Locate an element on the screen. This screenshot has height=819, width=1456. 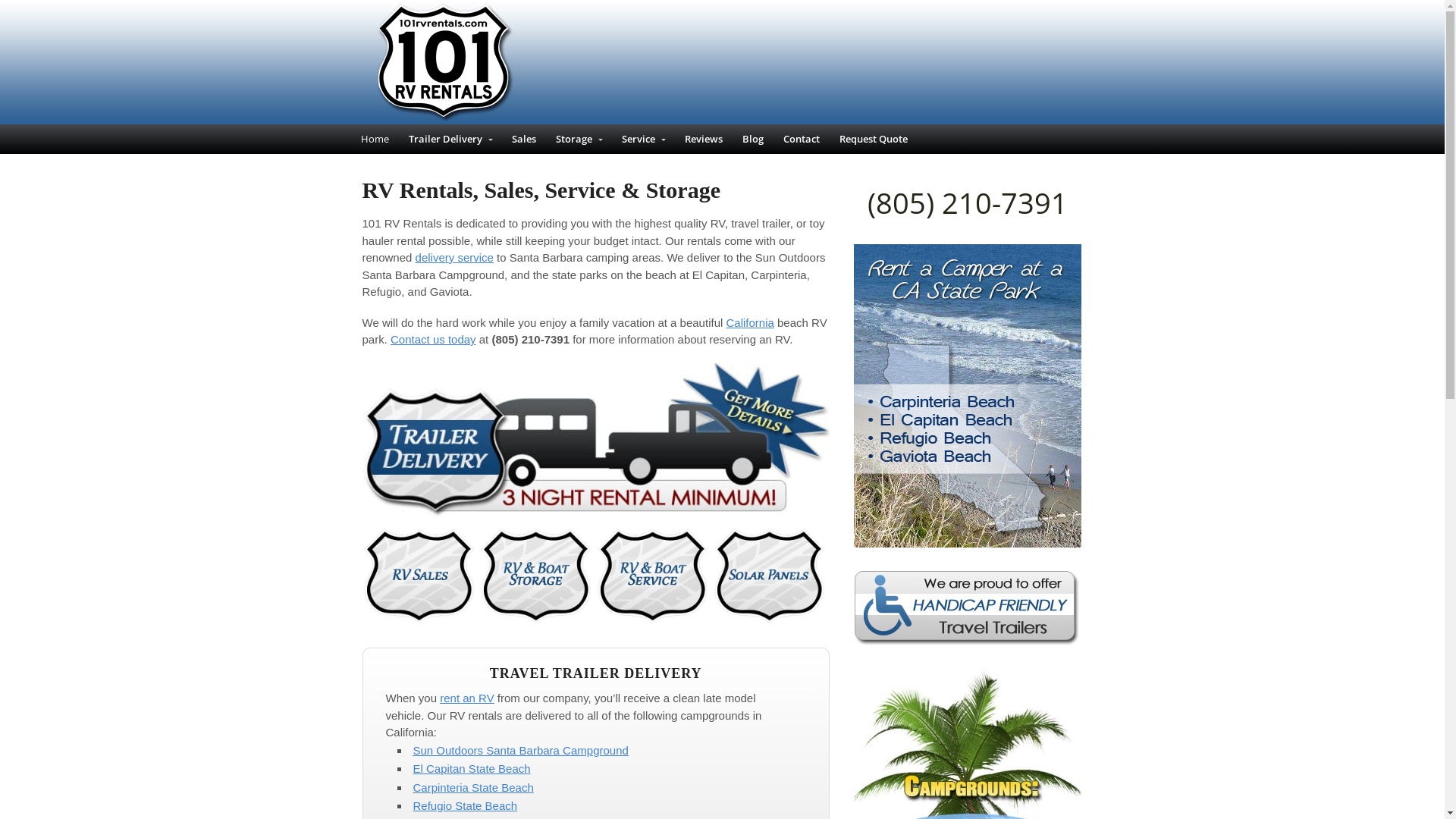
'Sales' is located at coordinates (524, 139).